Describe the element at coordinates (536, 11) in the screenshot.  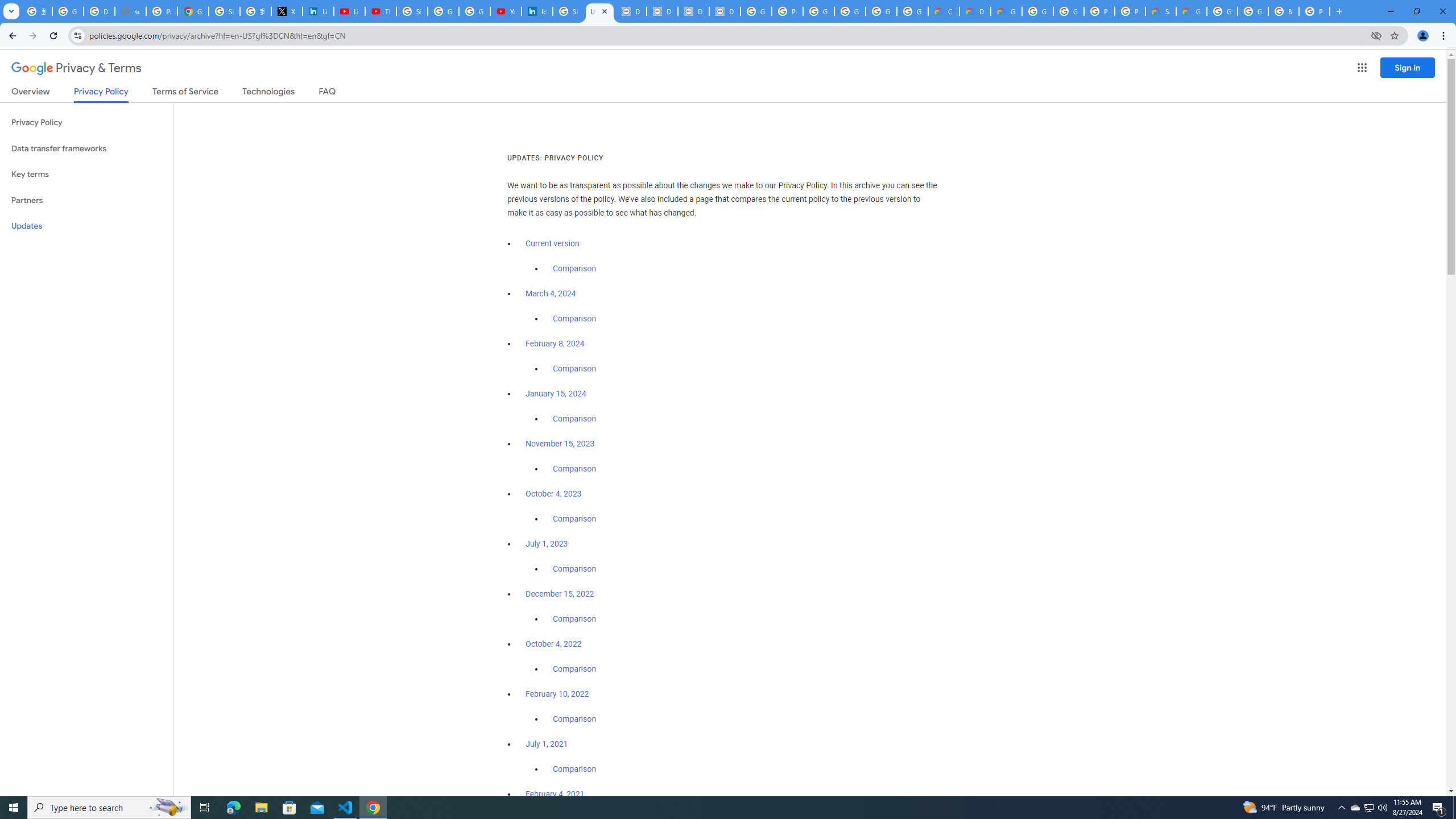
I see `'Identity verification via Persona | LinkedIn Help'` at that location.